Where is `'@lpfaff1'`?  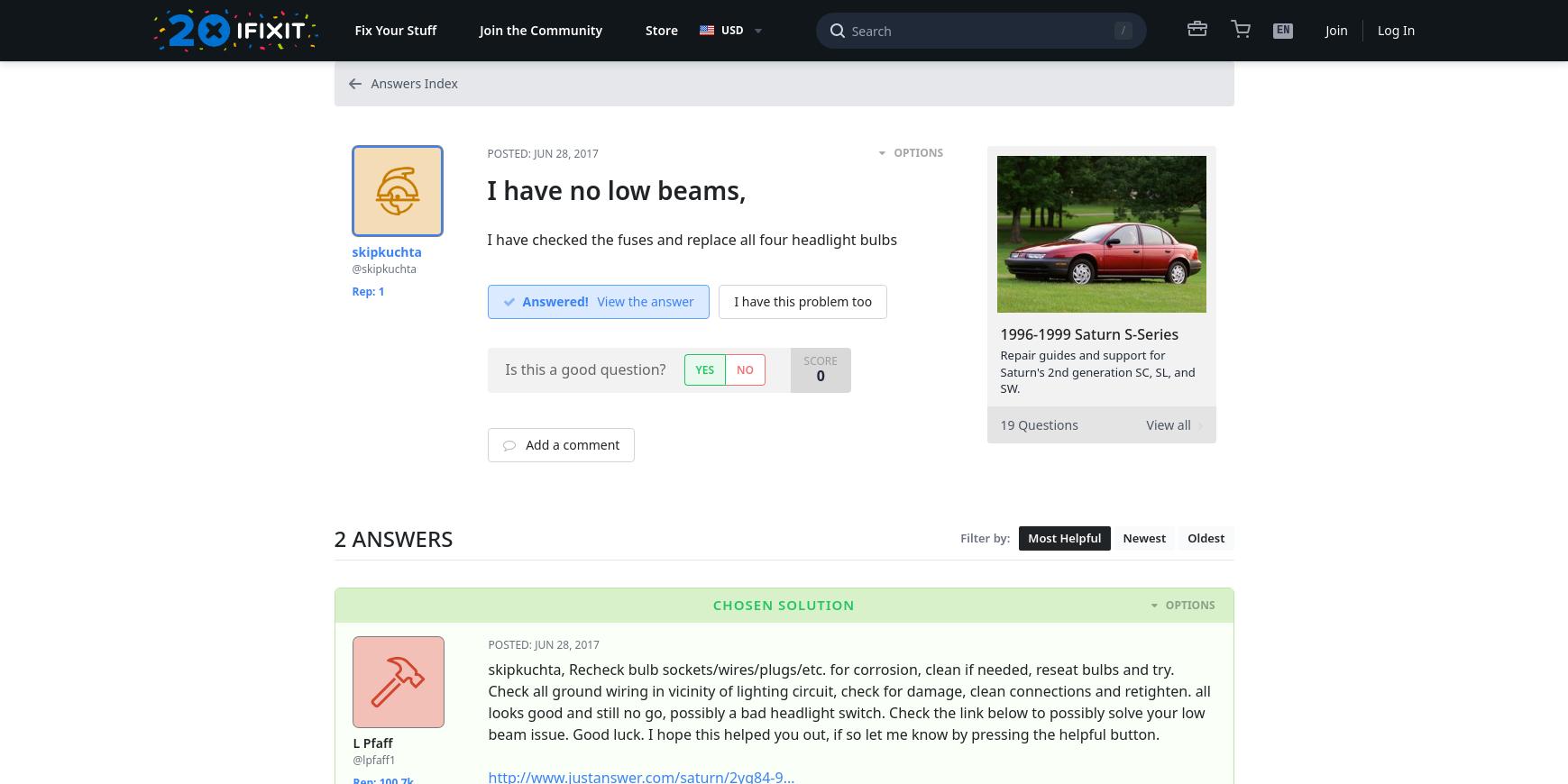
'@lpfaff1' is located at coordinates (373, 760).